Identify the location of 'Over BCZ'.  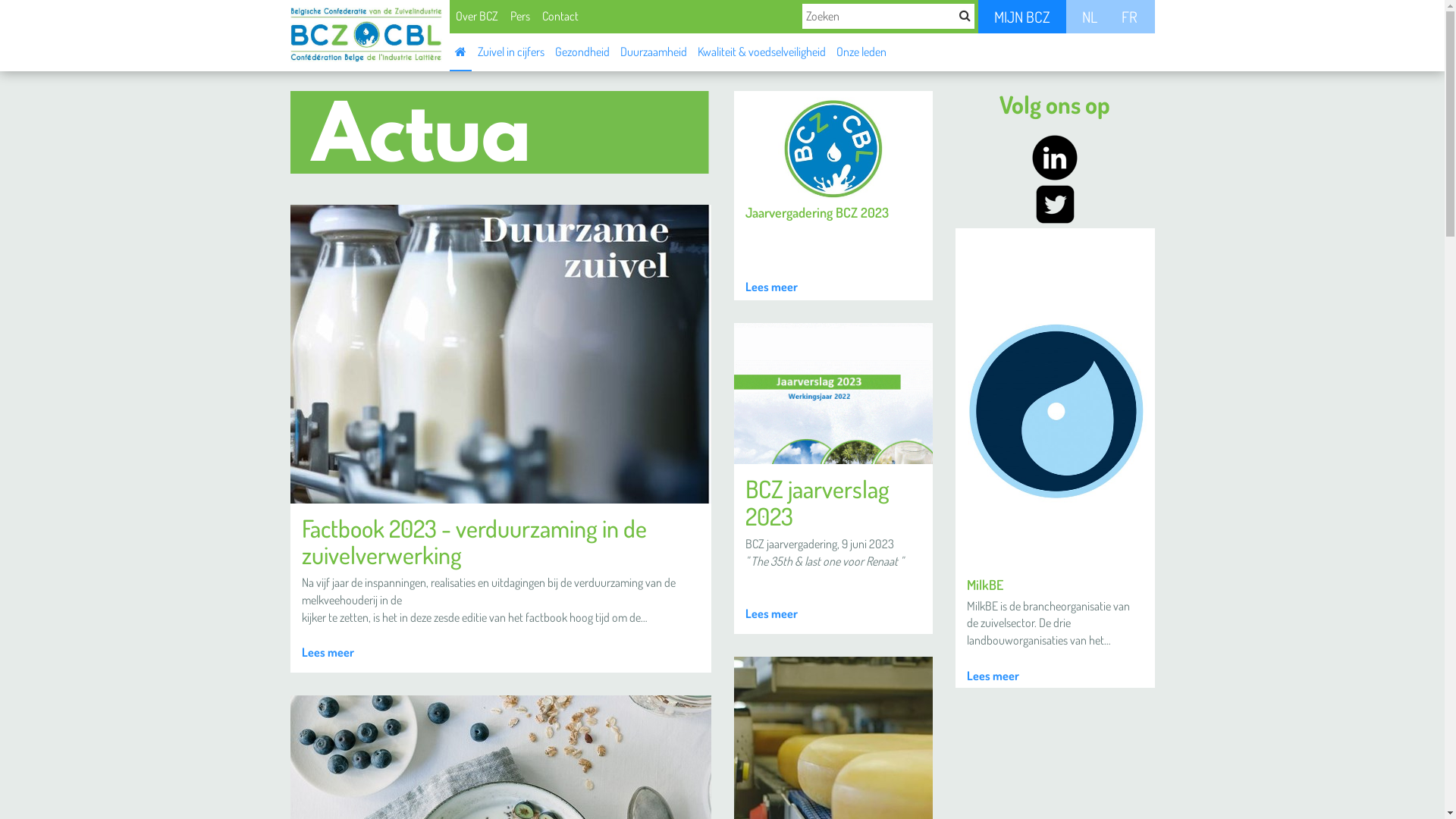
(475, 15).